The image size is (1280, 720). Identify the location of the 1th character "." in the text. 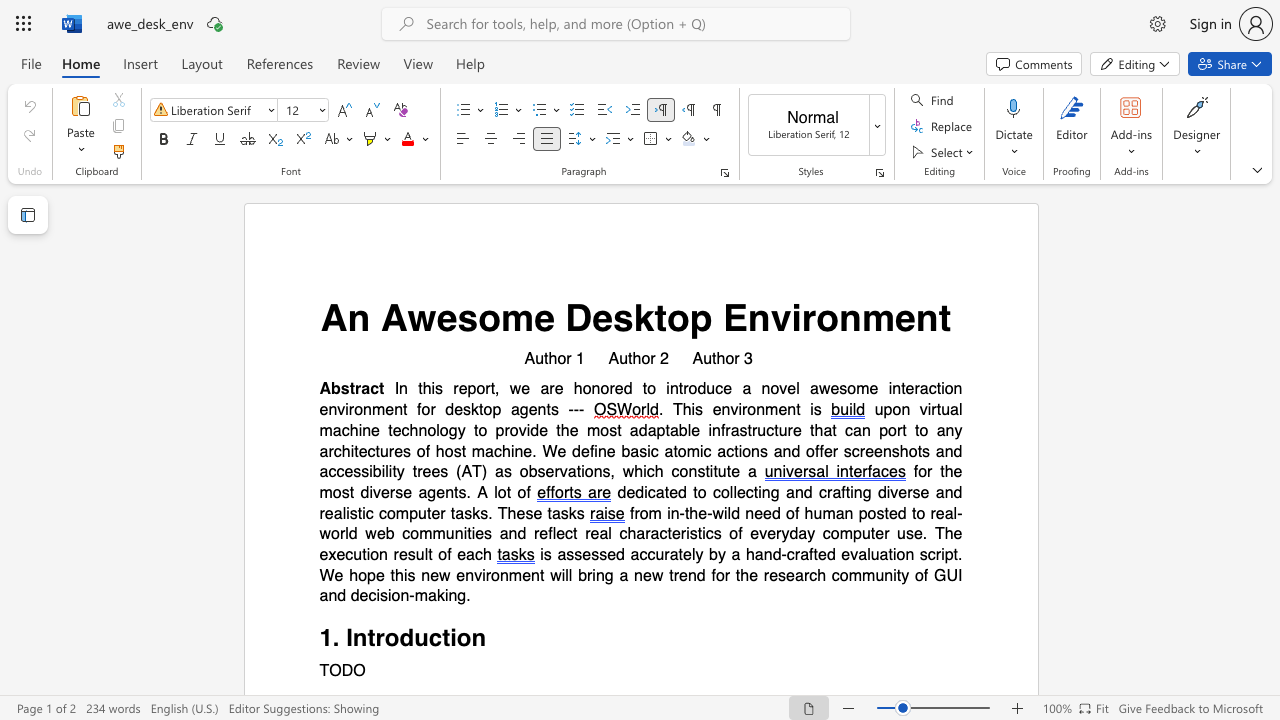
(336, 638).